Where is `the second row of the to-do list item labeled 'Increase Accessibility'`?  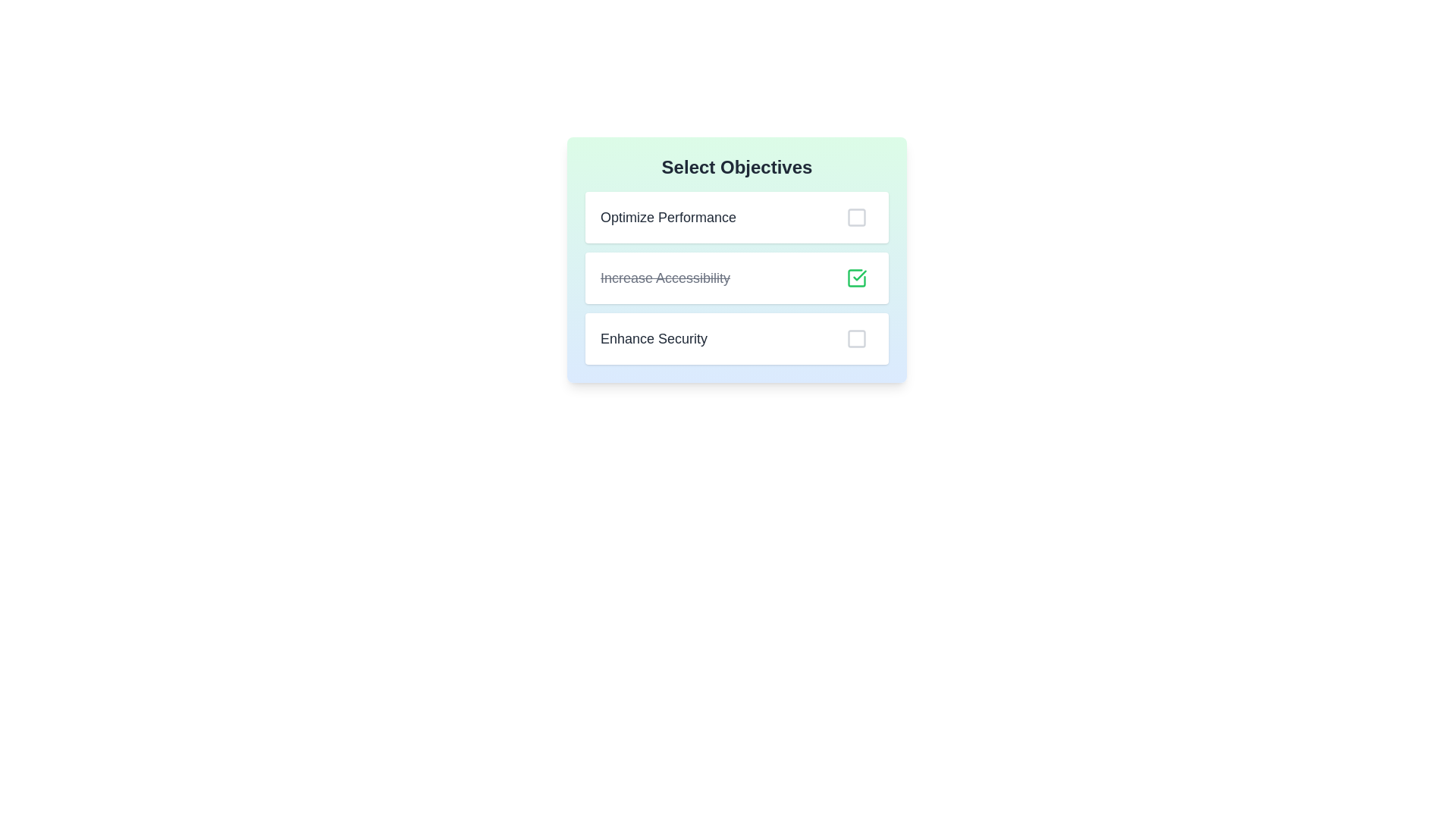 the second row of the to-do list item labeled 'Increase Accessibility' is located at coordinates (736, 278).